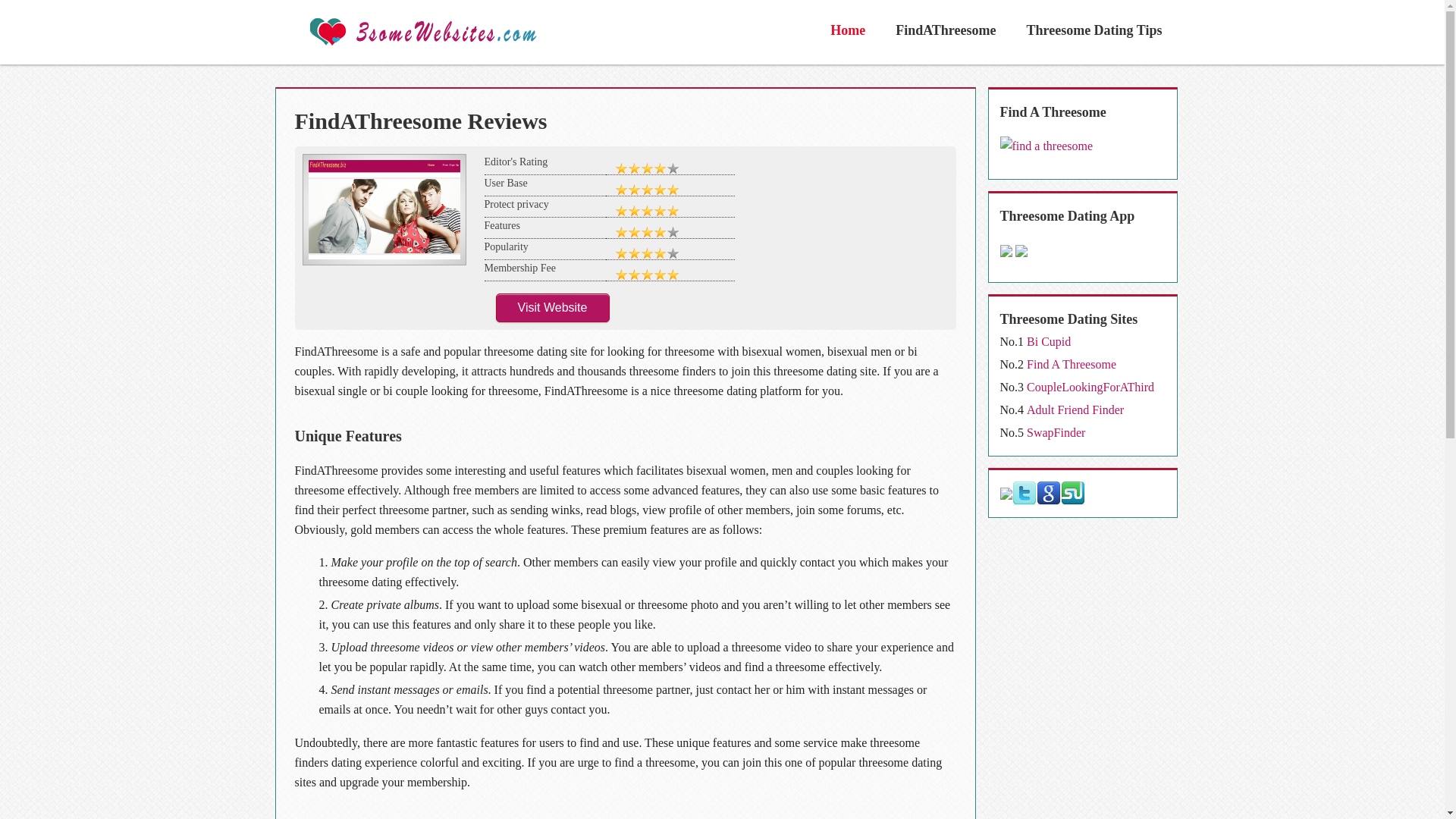 The image size is (1456, 819). Describe the element at coordinates (1047, 341) in the screenshot. I see `'Bi Cupid'` at that location.